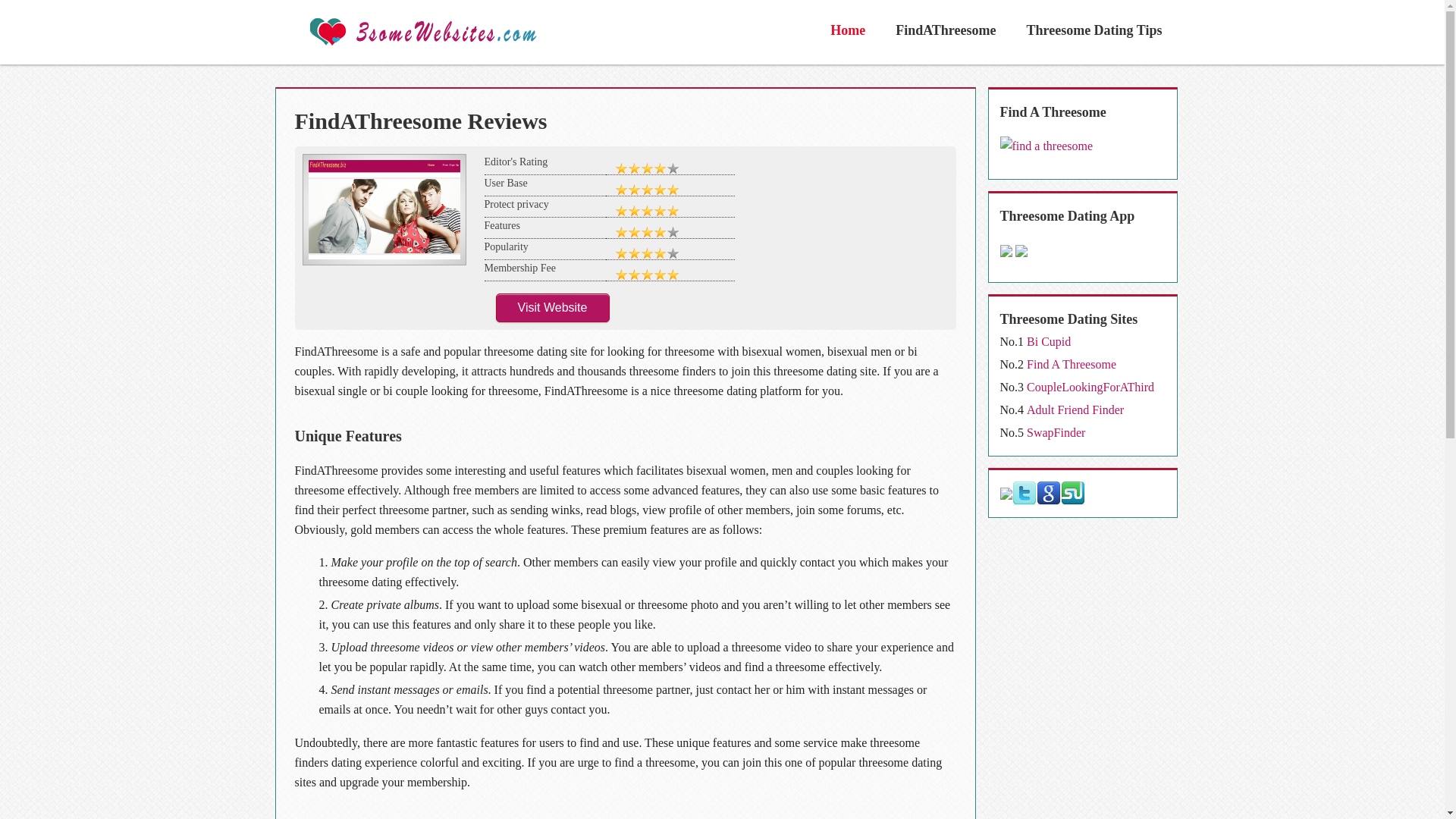 The image size is (1456, 819). Describe the element at coordinates (1047, 341) in the screenshot. I see `'Bi Cupid'` at that location.